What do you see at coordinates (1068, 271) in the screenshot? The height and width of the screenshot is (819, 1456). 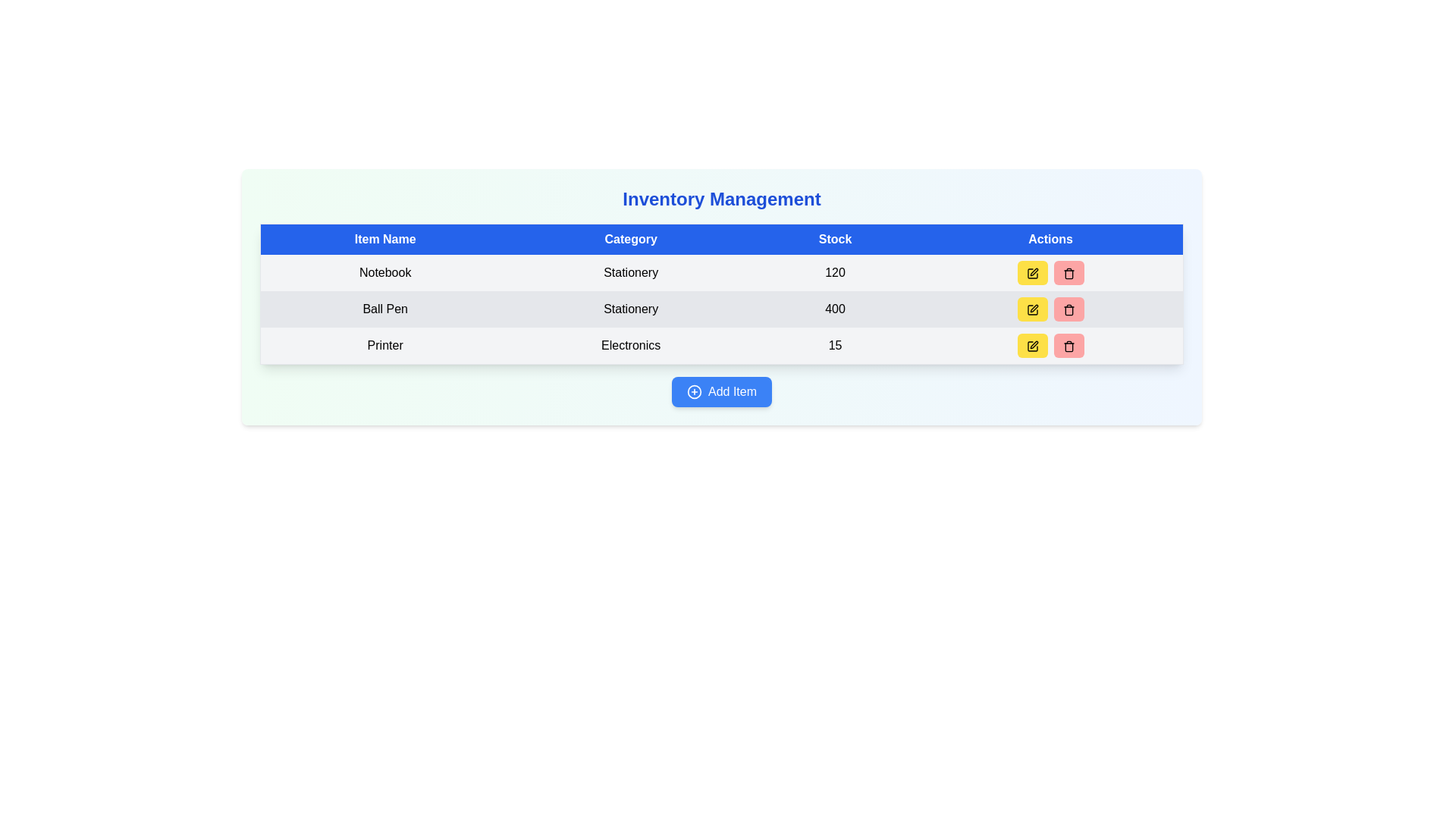 I see `the delete button located in the 'Actions' column of the table, positioned to the right of the yellow 'Edit' button, aligned with the 'Ball Pen' row` at bounding box center [1068, 271].